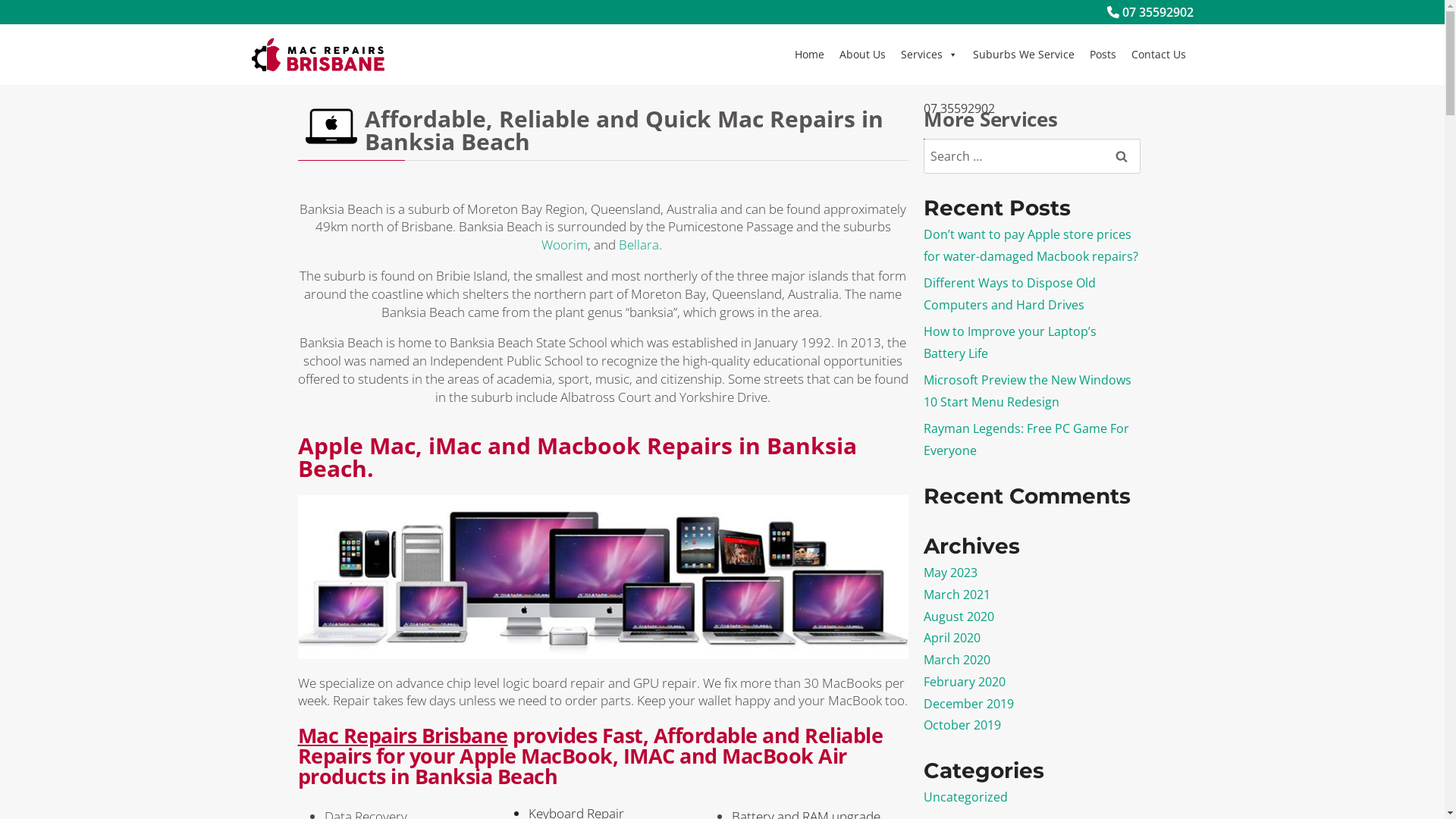 The height and width of the screenshot is (819, 1456). I want to click on 'April 2020', so click(951, 637).